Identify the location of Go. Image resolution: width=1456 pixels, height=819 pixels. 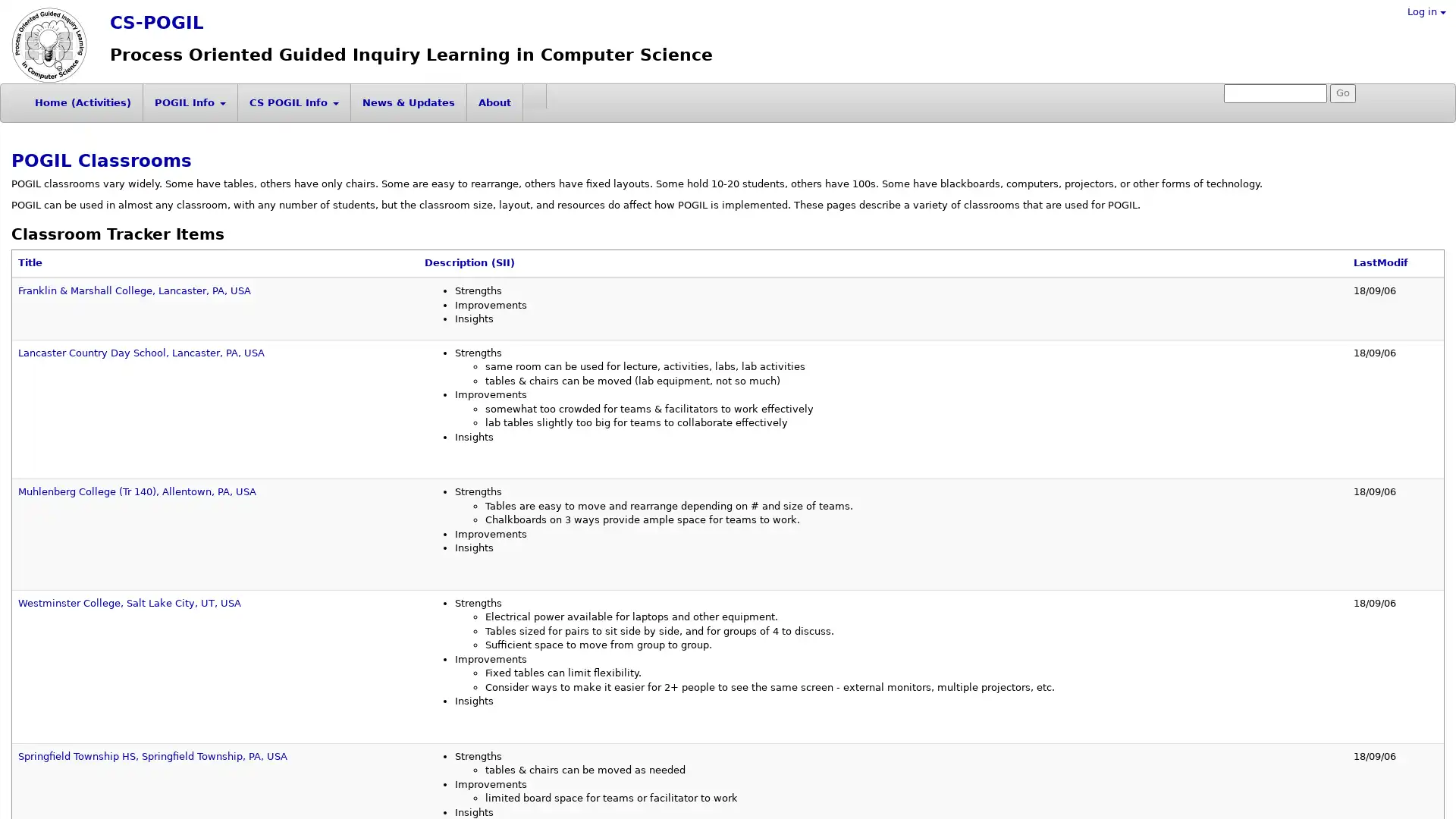
(1343, 93).